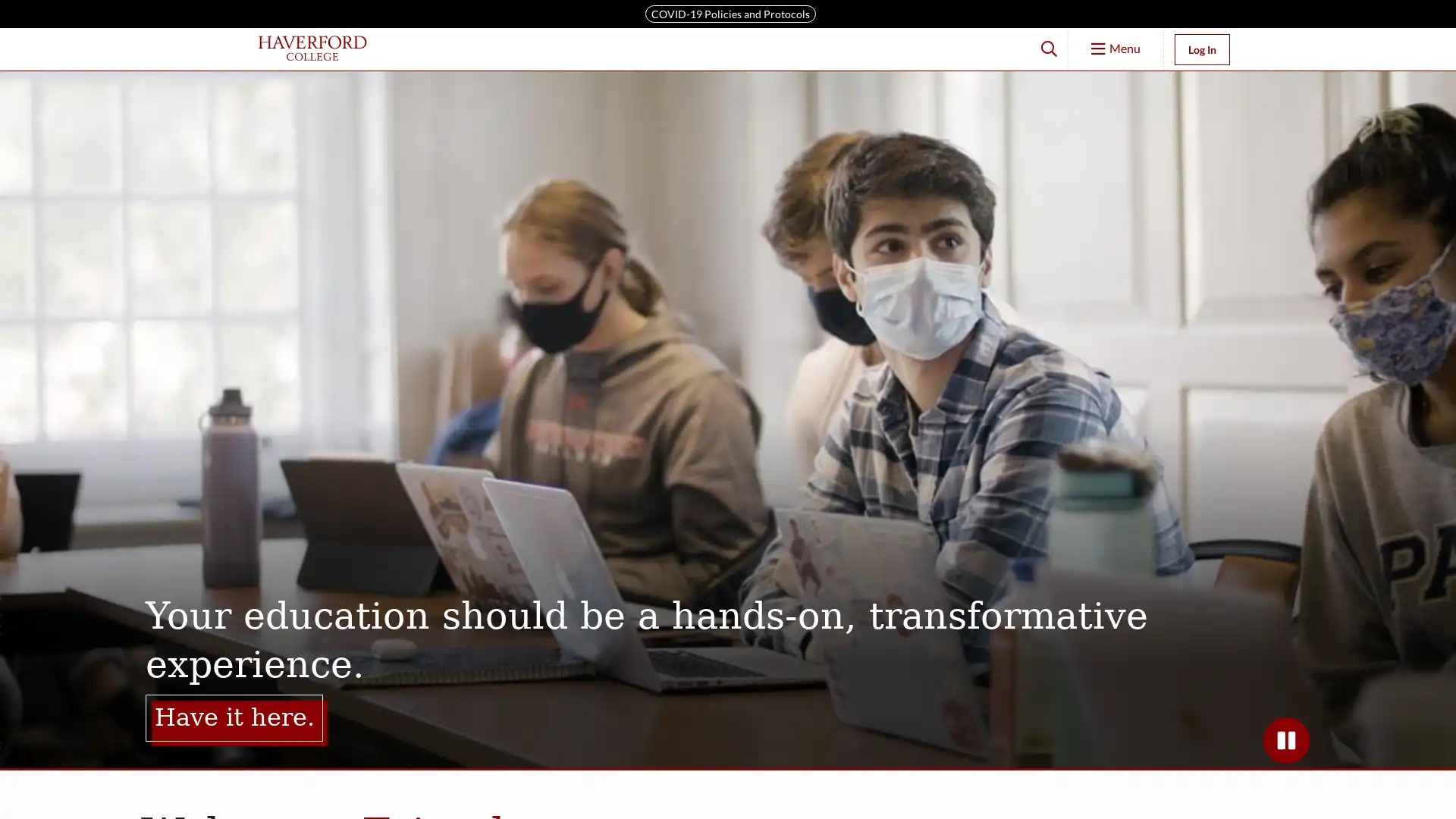  Describe the element at coordinates (1285, 739) in the screenshot. I see `pause or play video - no audio` at that location.